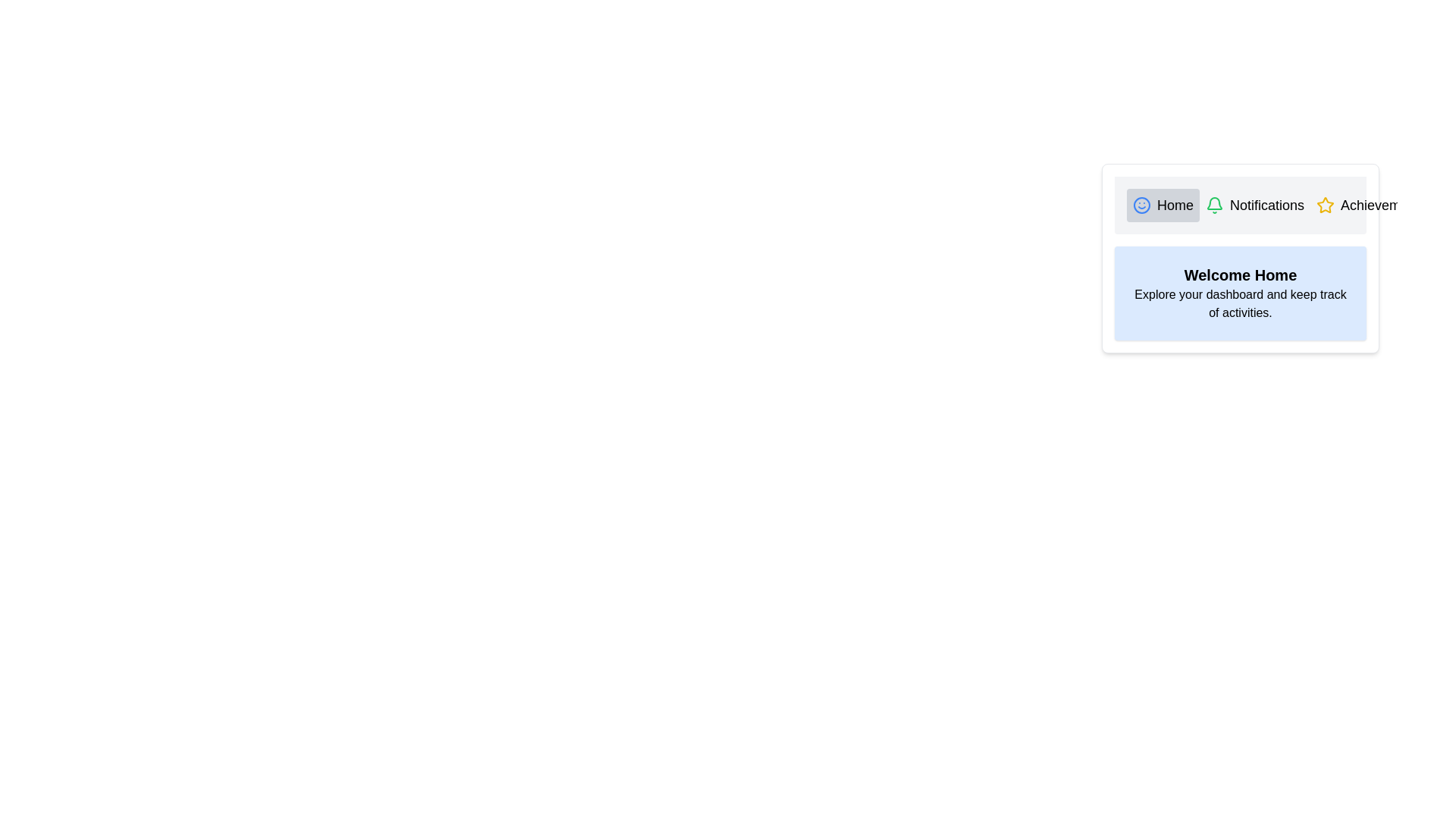 This screenshot has width=1456, height=819. What do you see at coordinates (1371, 205) in the screenshot?
I see `the tab labeled 'Achievements' to observe its hover effect` at bounding box center [1371, 205].